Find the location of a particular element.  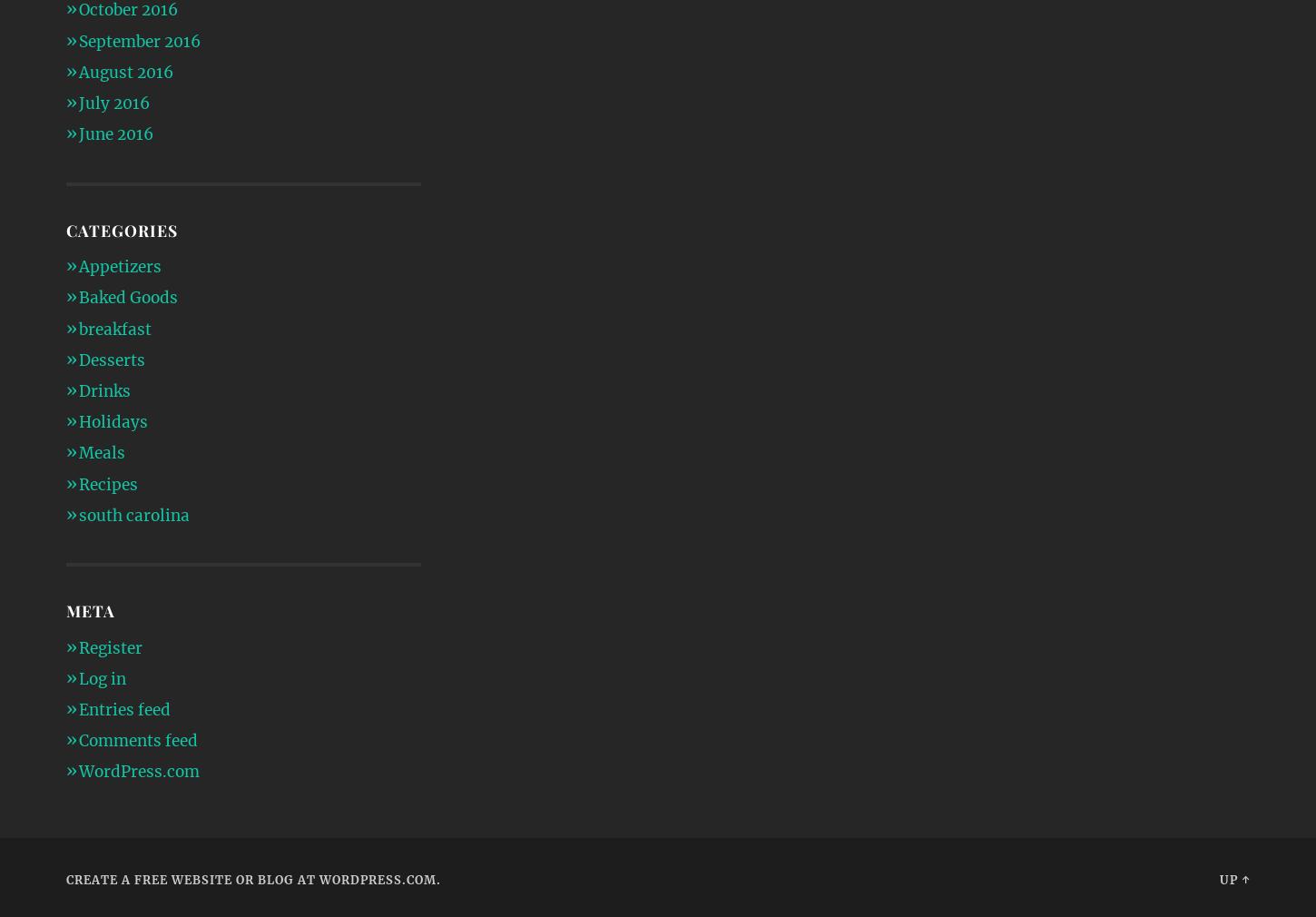

'Up ↑' is located at coordinates (1233, 878).